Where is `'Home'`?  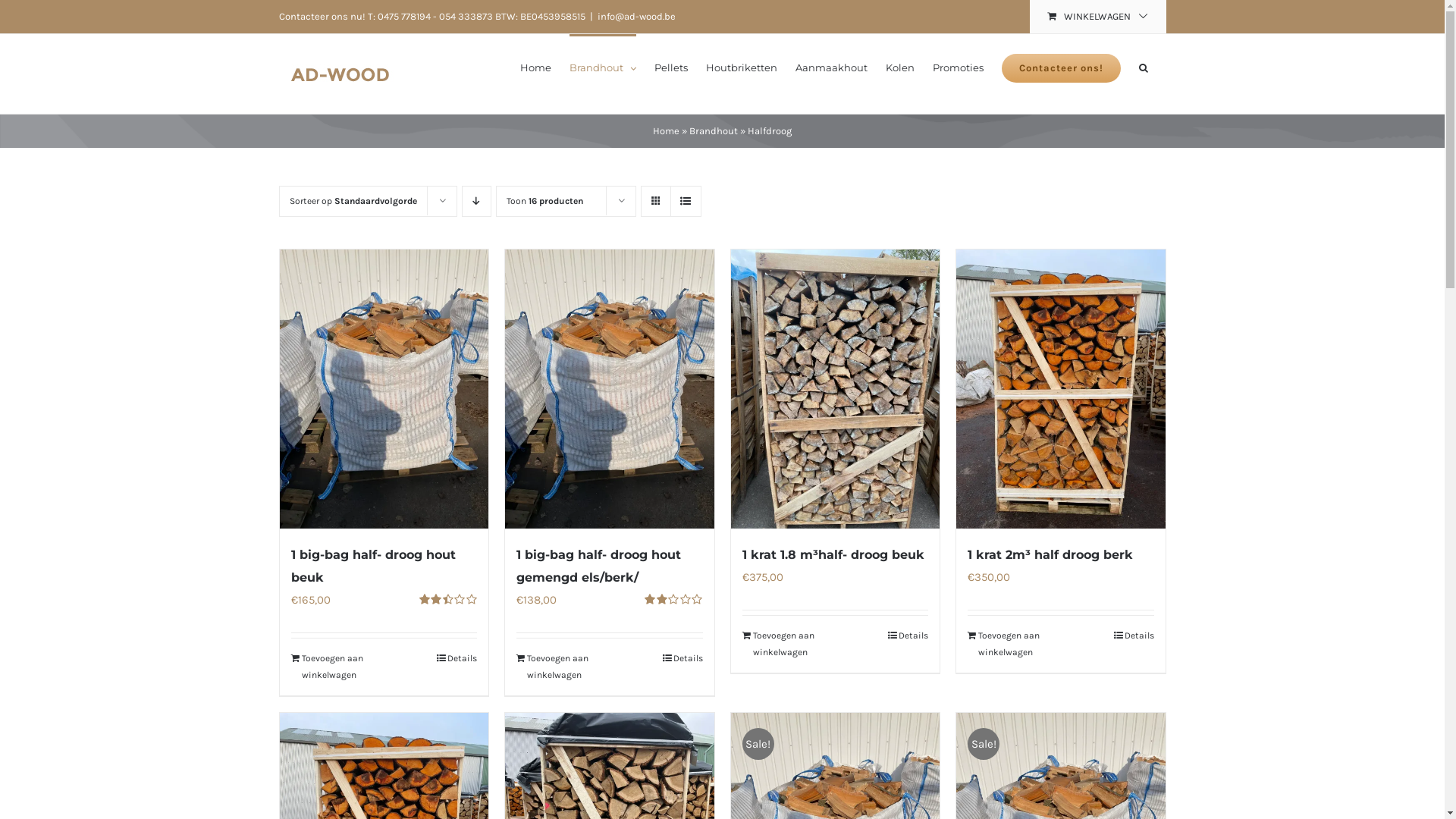
'Home' is located at coordinates (666, 130).